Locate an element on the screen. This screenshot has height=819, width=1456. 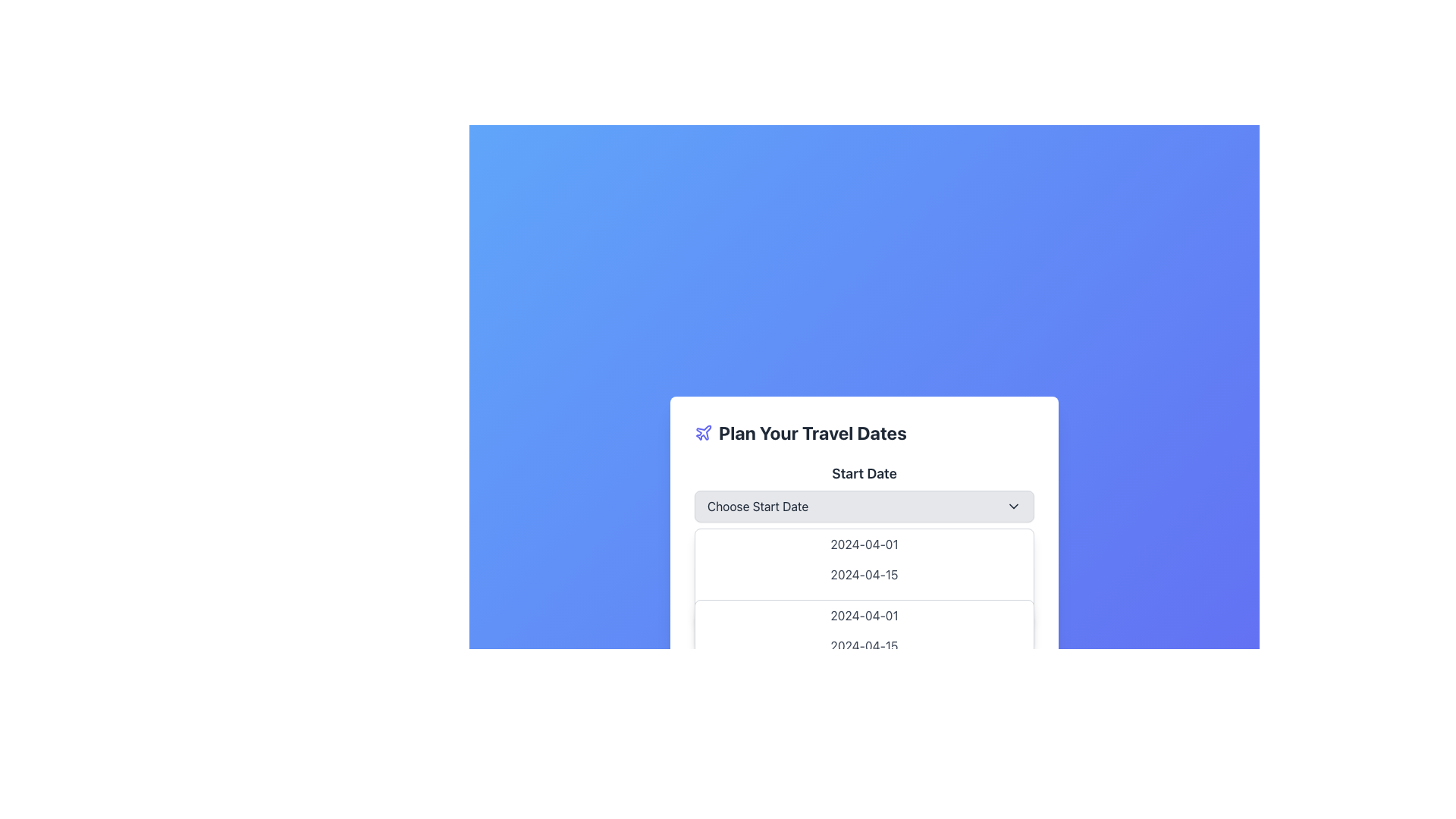
the second item in the dropdown menu is located at coordinates (864, 575).